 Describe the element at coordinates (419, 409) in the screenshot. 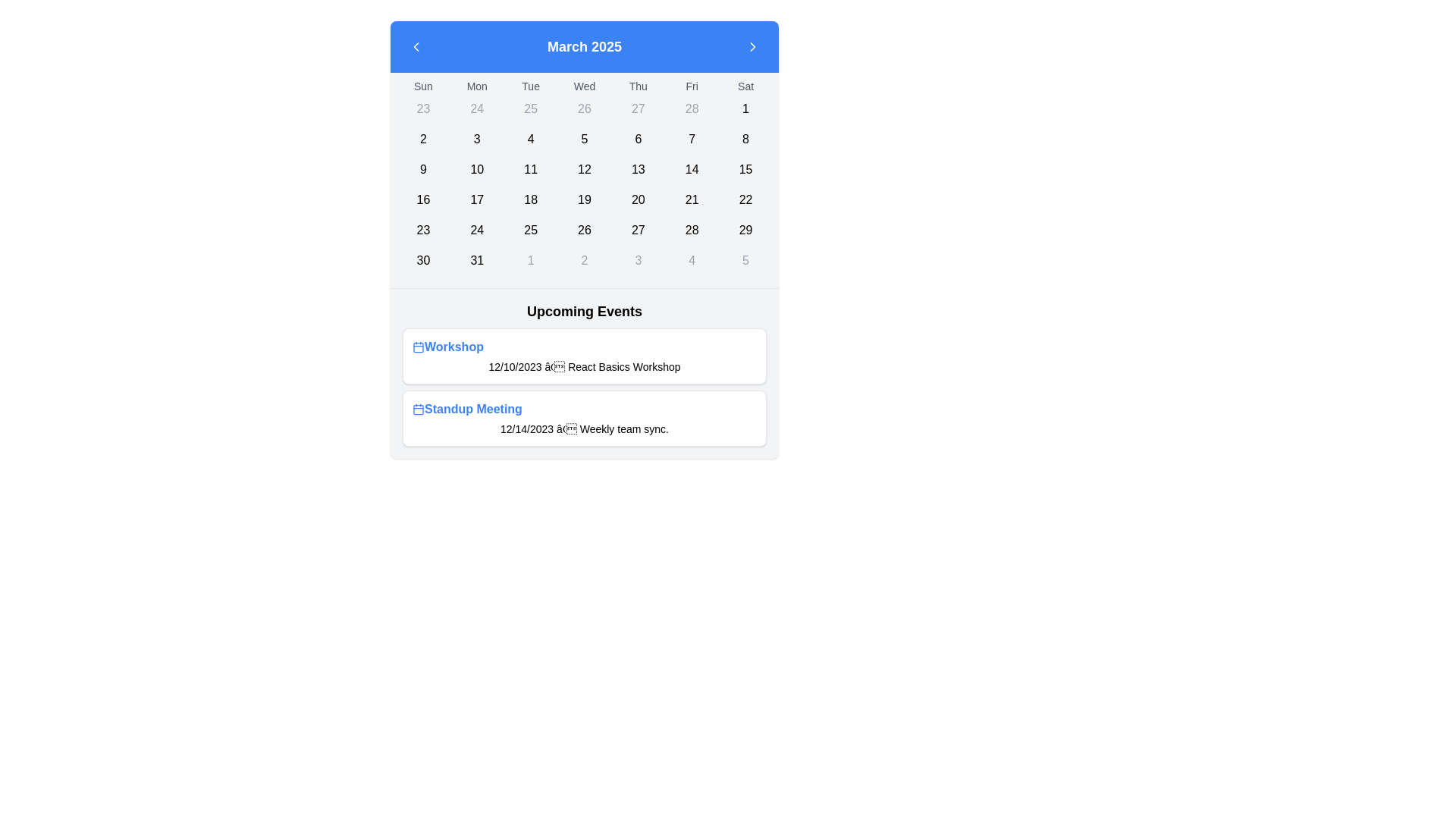

I see `the rounded rectangle element within the calendar icon in the 'Upcoming Events' section, adjacent to the 'Workshop' label` at that location.